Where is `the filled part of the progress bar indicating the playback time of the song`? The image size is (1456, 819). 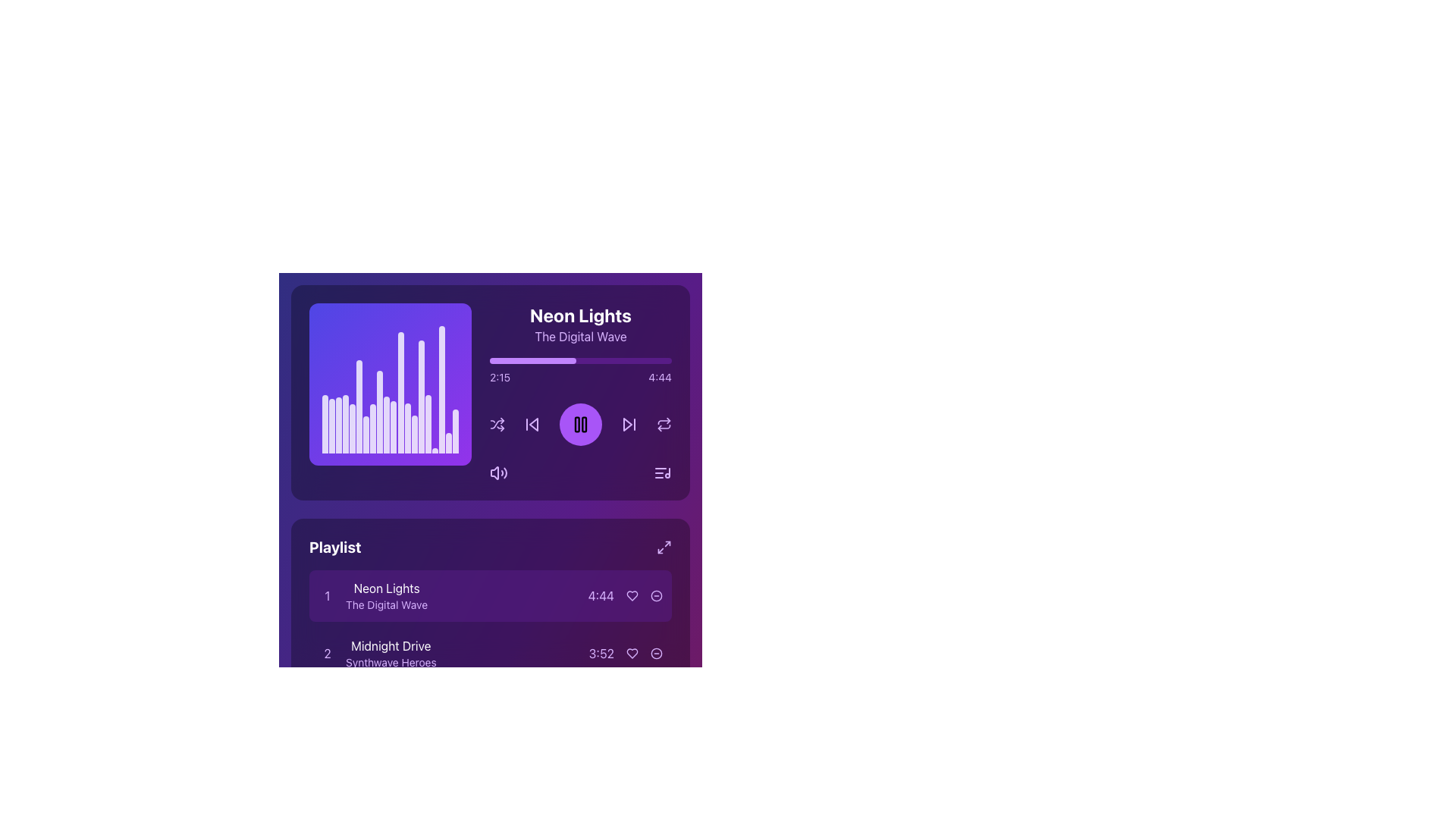
the filled part of the progress bar indicating the playback time of the song is located at coordinates (533, 360).